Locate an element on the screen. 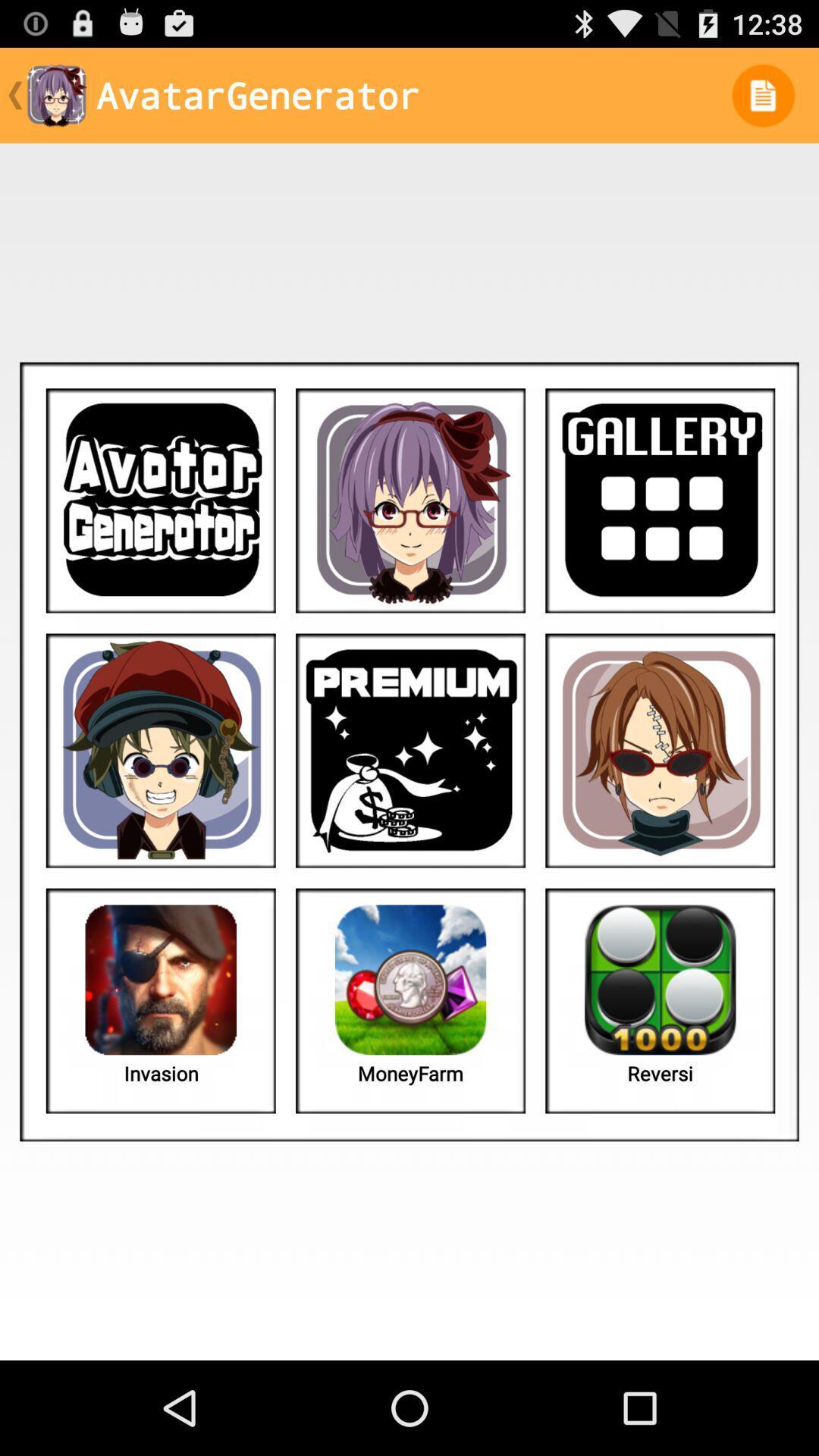 This screenshot has height=1456, width=819. pick avator is located at coordinates (410, 500).